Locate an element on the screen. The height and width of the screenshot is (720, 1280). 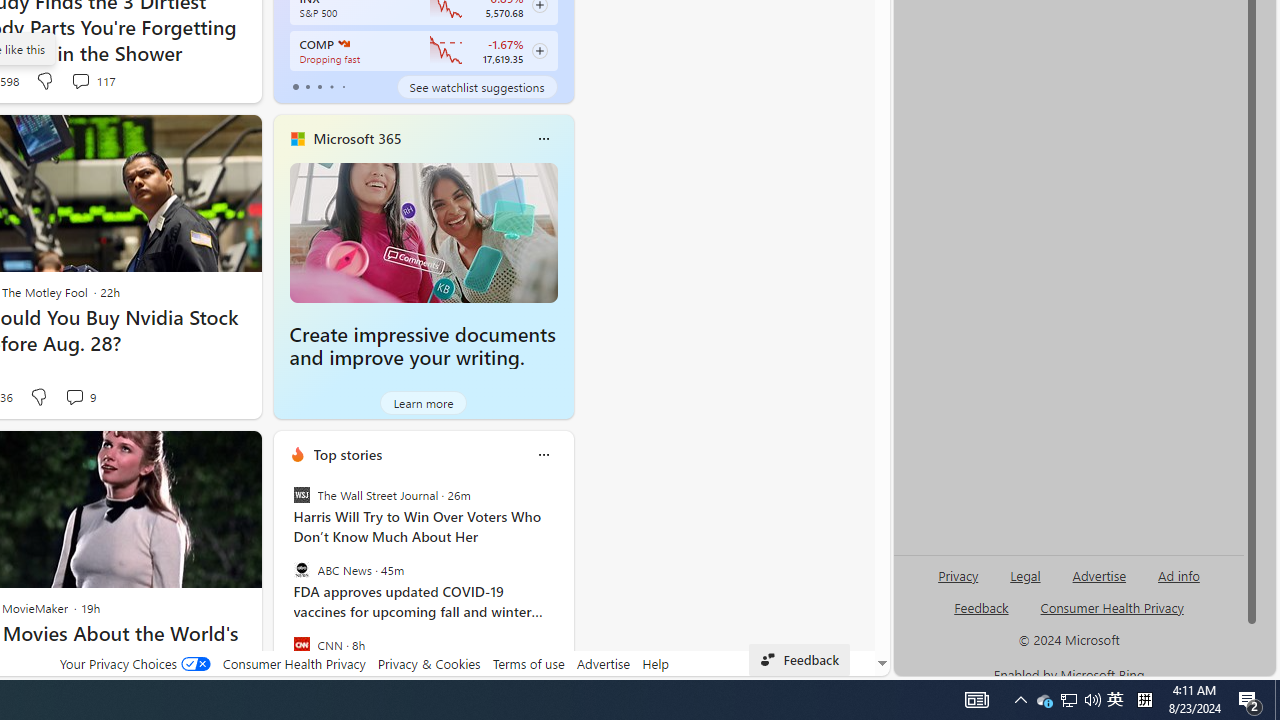
'Create impressive documents and improve your writing.' is located at coordinates (422, 231).